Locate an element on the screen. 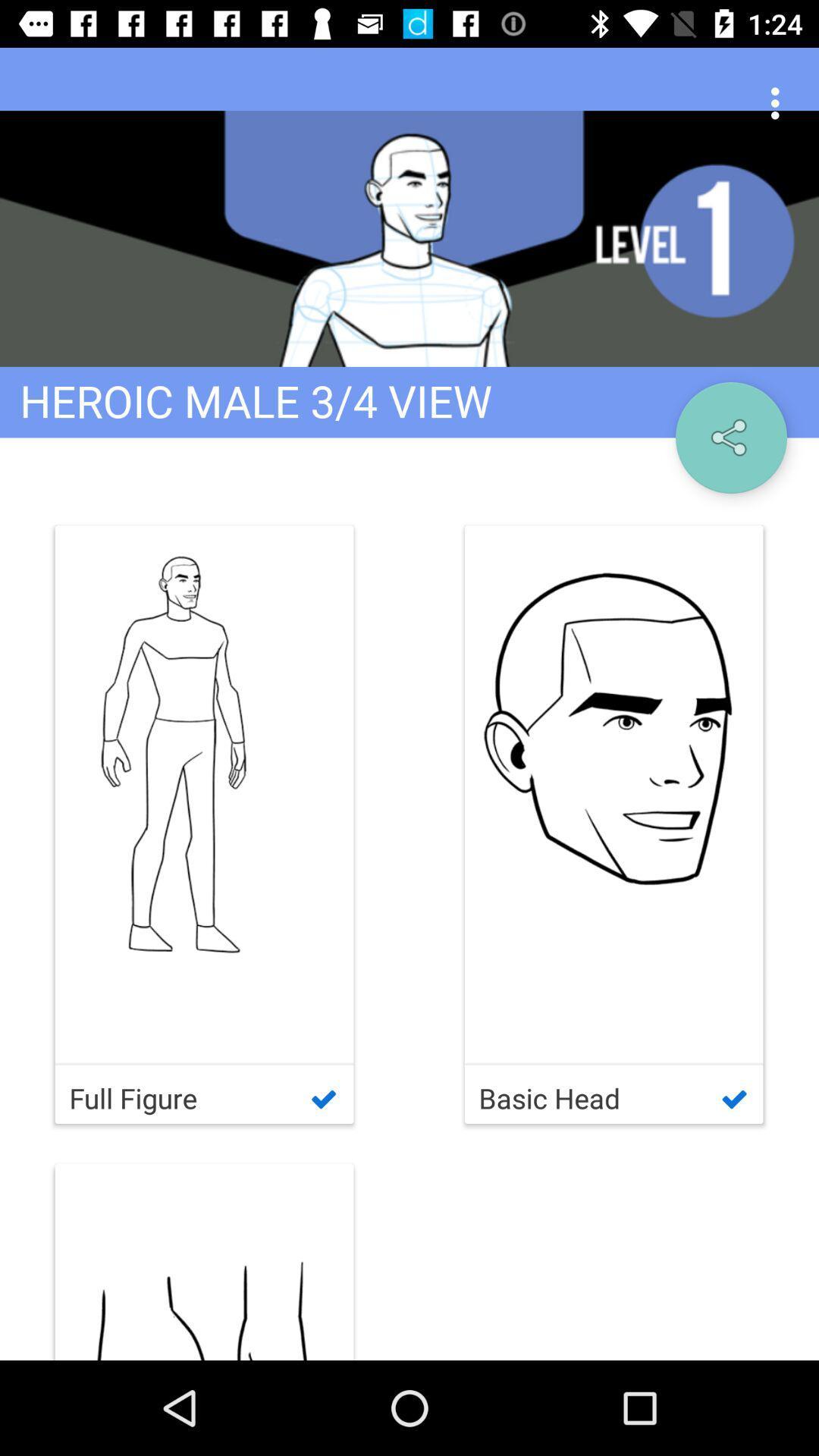 This screenshot has height=1456, width=819. the icon share is located at coordinates (730, 437).